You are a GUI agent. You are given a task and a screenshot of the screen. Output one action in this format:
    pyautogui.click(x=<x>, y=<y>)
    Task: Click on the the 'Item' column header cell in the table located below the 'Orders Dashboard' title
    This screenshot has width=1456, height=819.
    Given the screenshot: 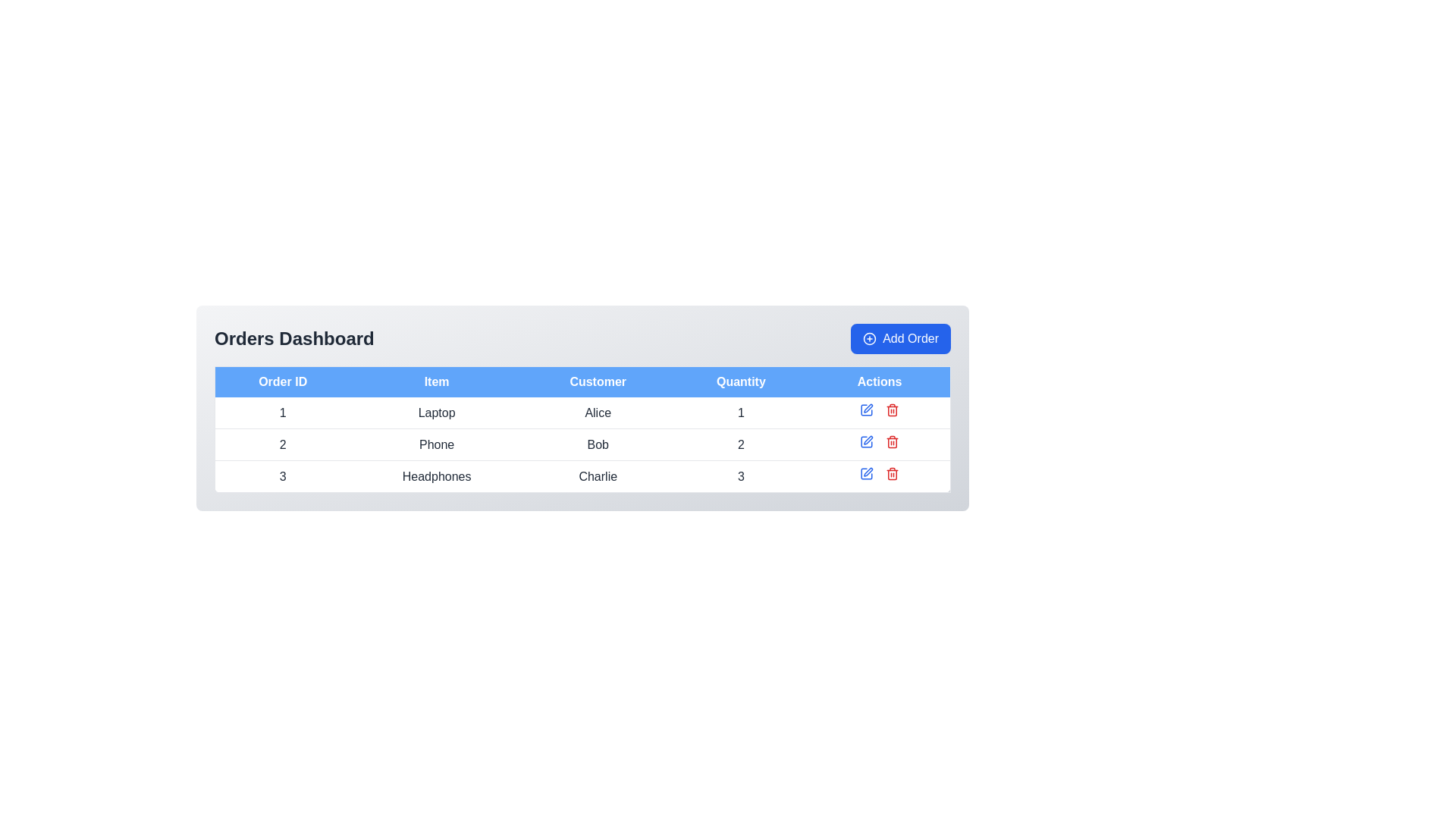 What is the action you would take?
    pyautogui.click(x=436, y=381)
    